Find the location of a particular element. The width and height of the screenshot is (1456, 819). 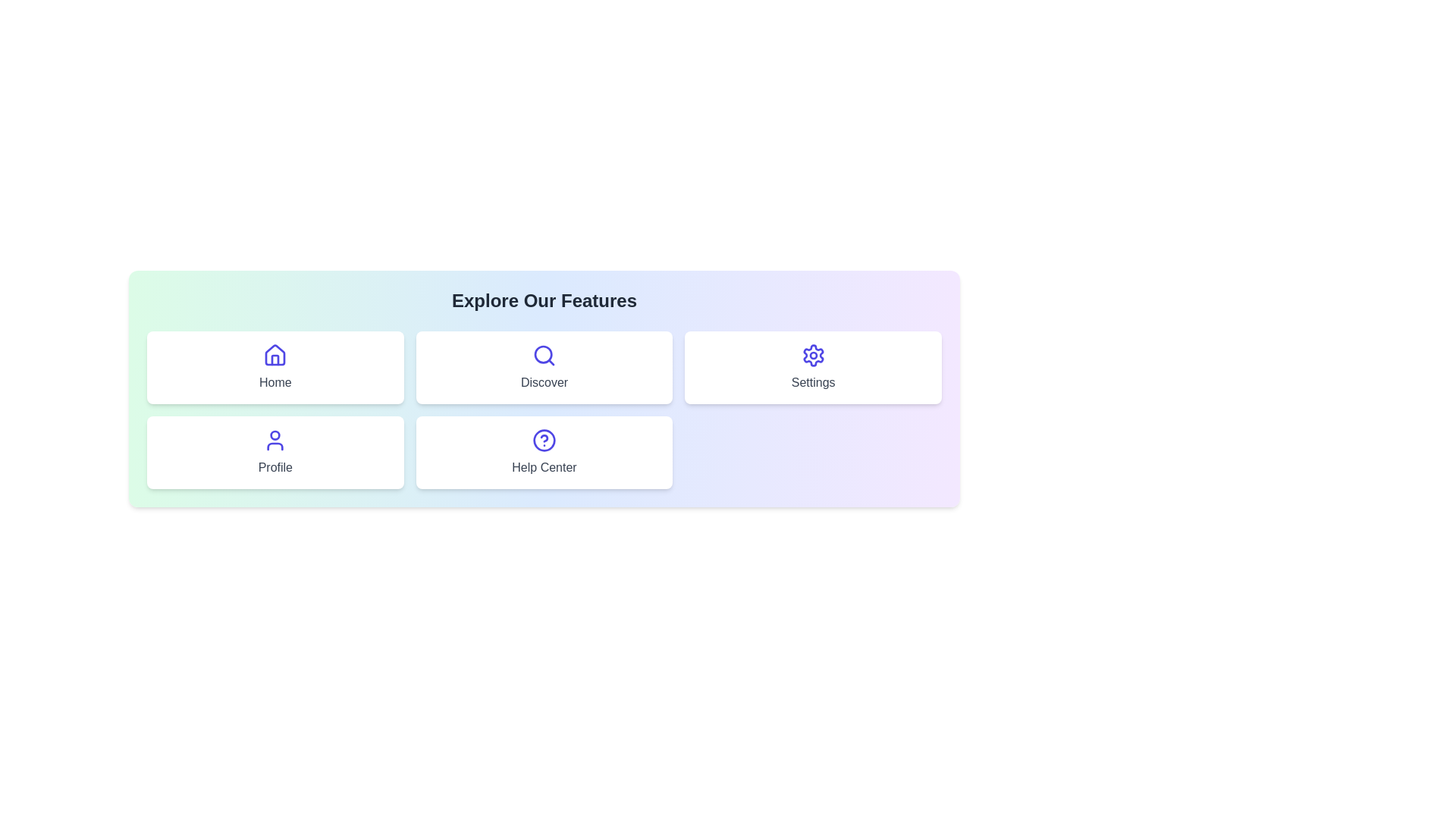

text label indicating the 'Settings' functionality, located beneath the gear icon in the top-right corner of the grid interface is located at coordinates (812, 382).